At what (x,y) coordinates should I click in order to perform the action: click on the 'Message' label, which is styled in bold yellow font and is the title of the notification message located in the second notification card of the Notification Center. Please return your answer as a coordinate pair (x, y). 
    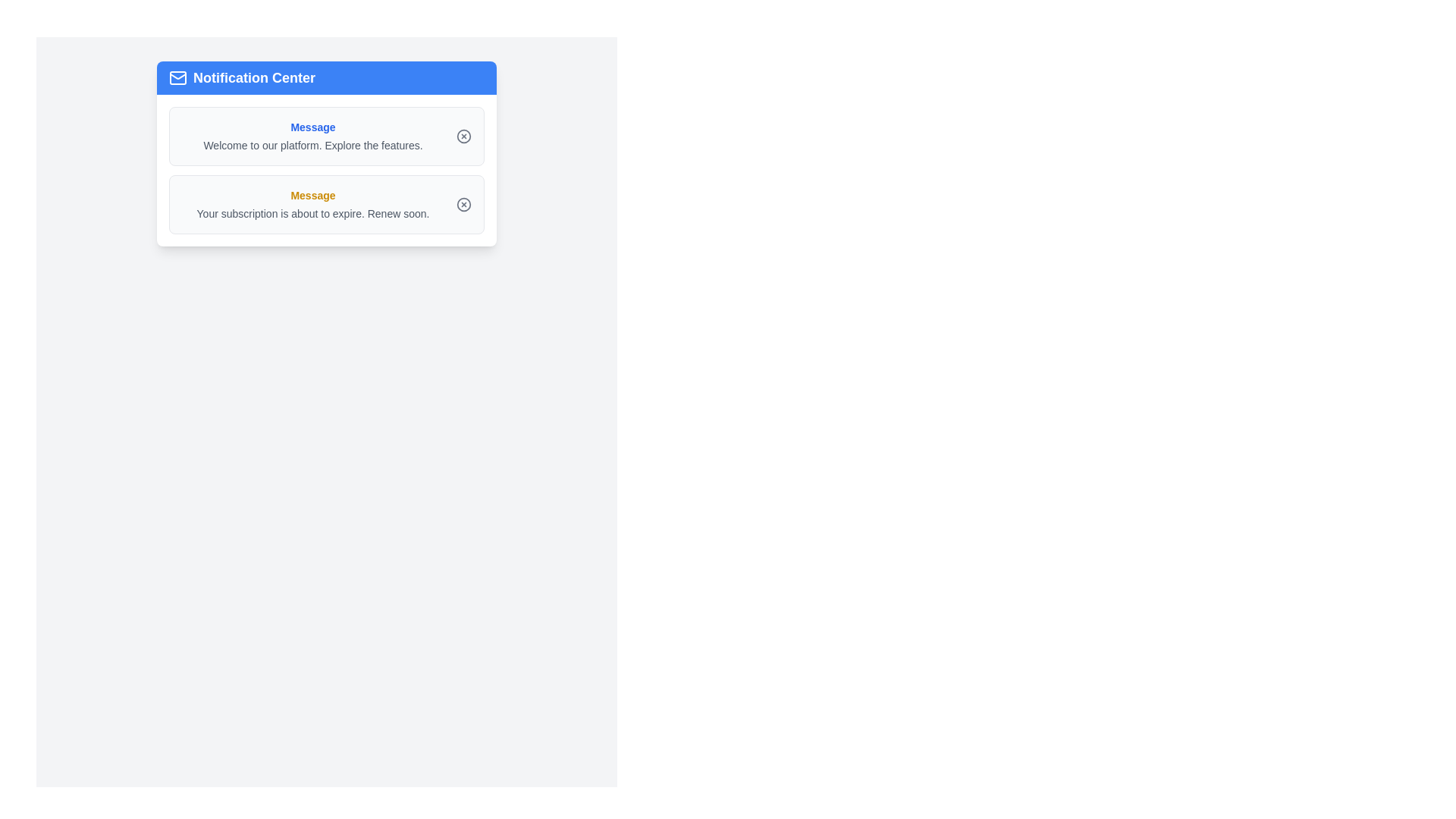
    Looking at the image, I should click on (312, 195).